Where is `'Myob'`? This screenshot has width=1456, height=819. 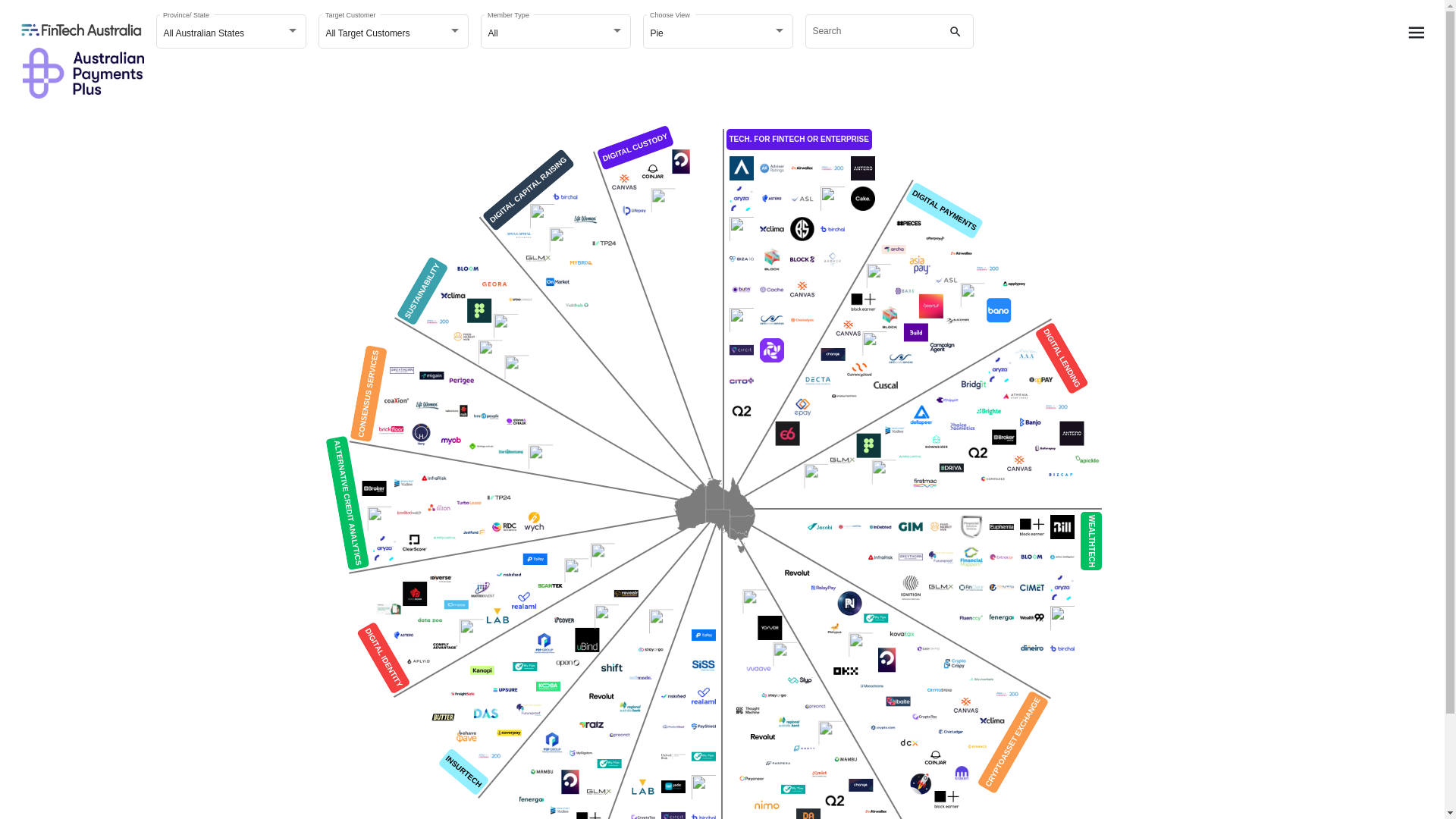
'Myob' is located at coordinates (450, 441).